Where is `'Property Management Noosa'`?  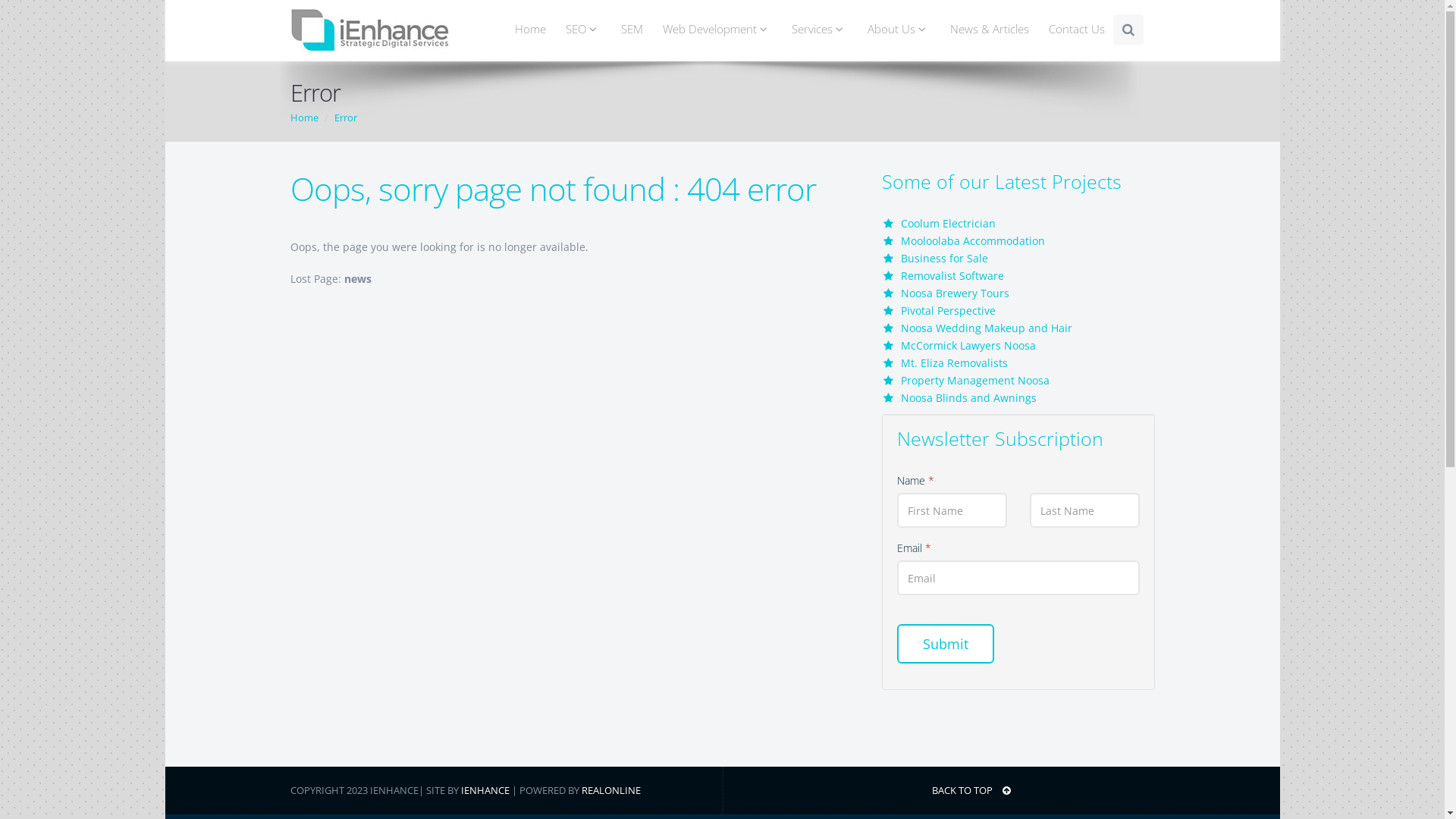 'Property Management Noosa' is located at coordinates (975, 379).